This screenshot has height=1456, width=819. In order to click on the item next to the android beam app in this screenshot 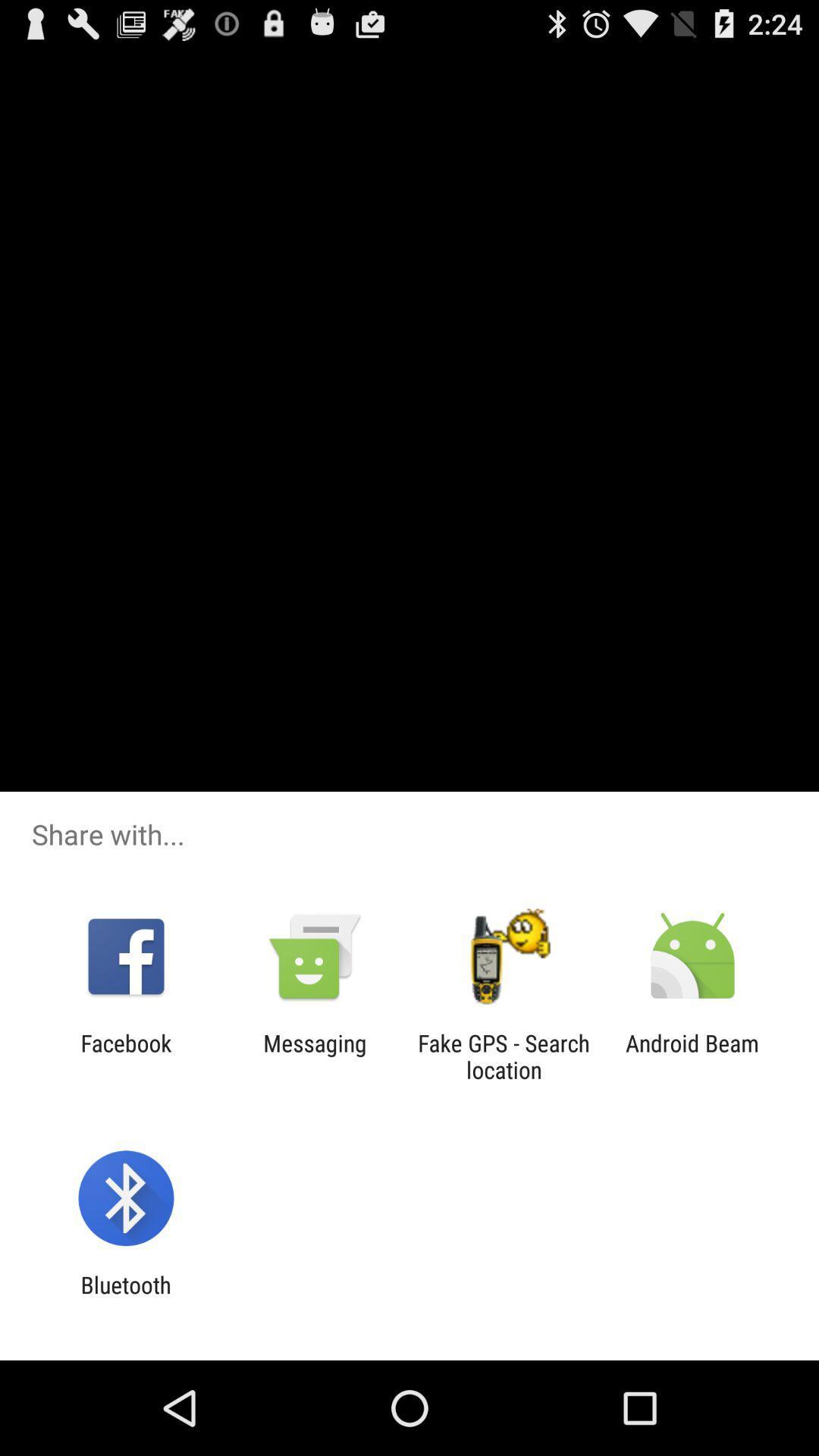, I will do `click(504, 1056)`.